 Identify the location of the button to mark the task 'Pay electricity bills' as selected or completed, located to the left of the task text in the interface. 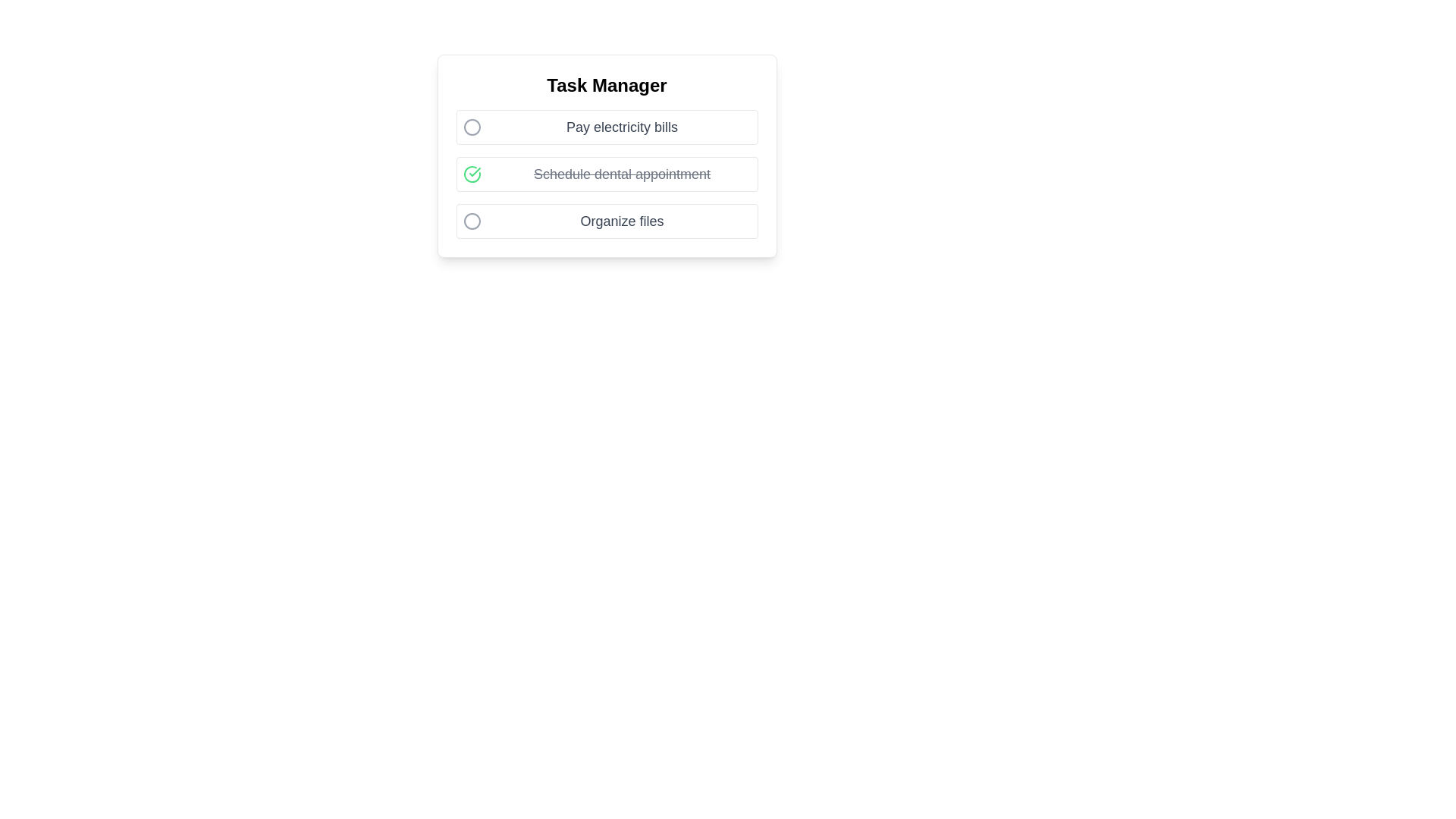
(471, 127).